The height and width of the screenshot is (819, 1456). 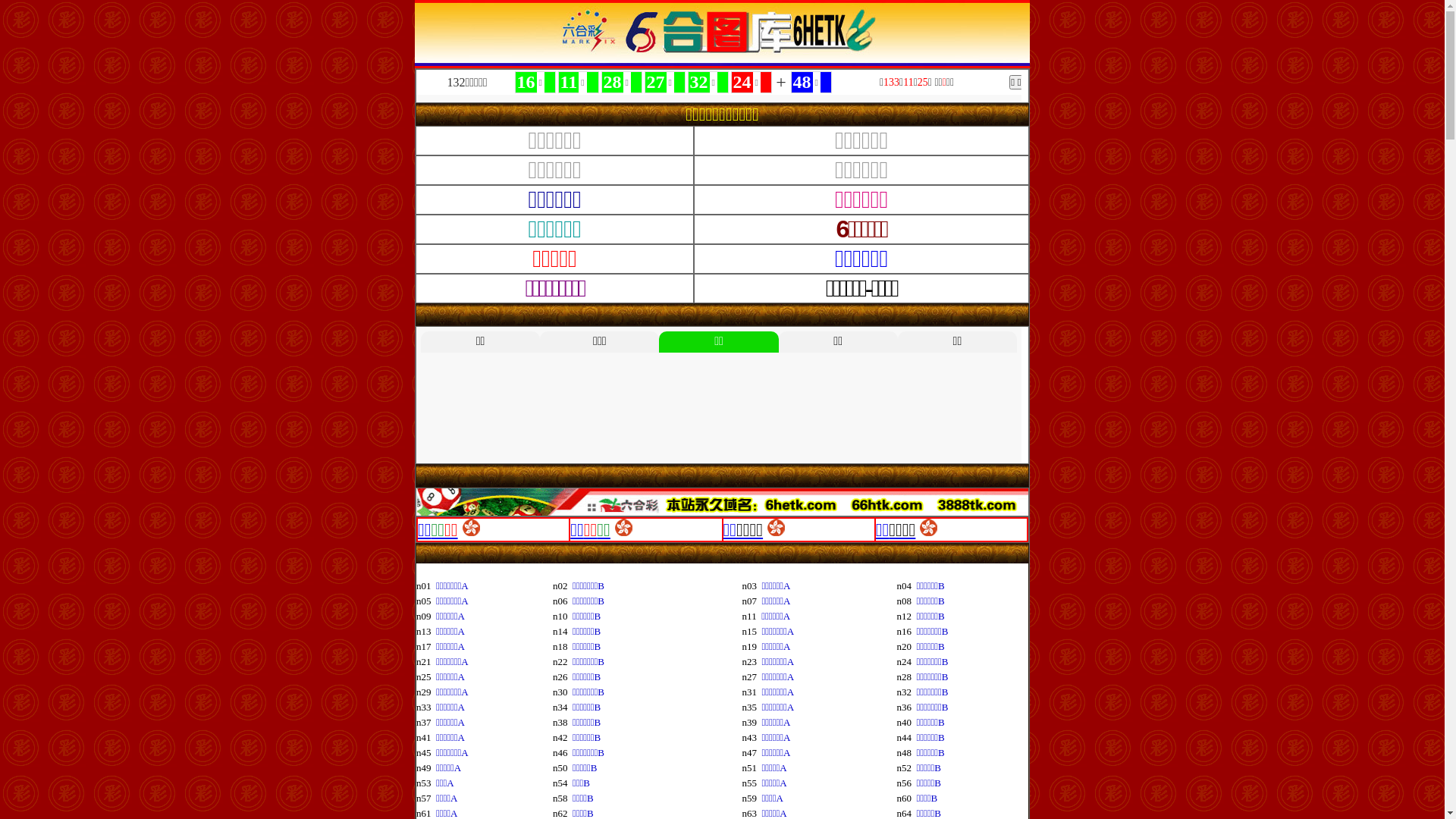 I want to click on 'n57 ', so click(x=416, y=797).